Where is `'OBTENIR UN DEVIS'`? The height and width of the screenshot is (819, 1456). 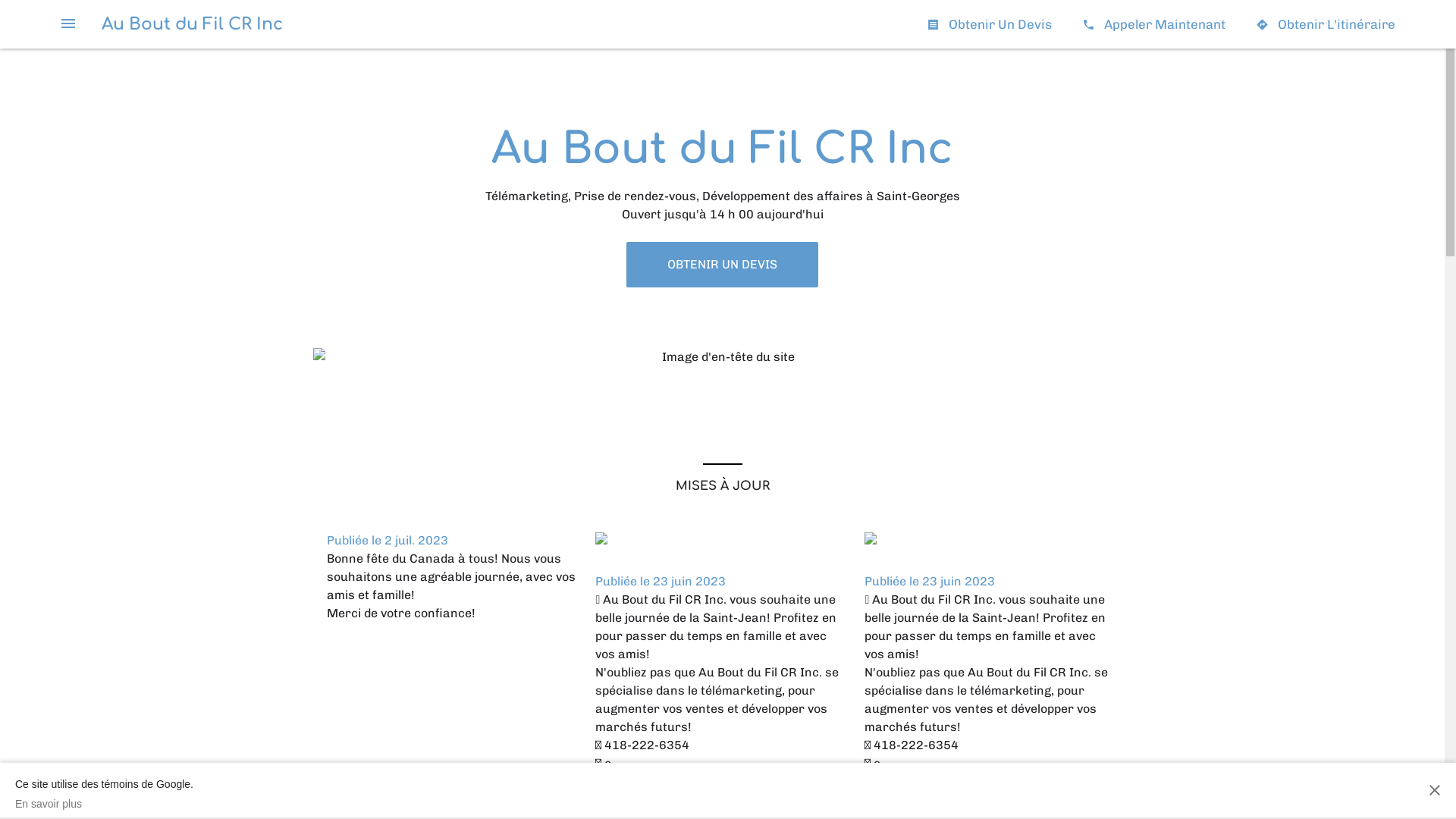 'OBTENIR UN DEVIS' is located at coordinates (721, 263).